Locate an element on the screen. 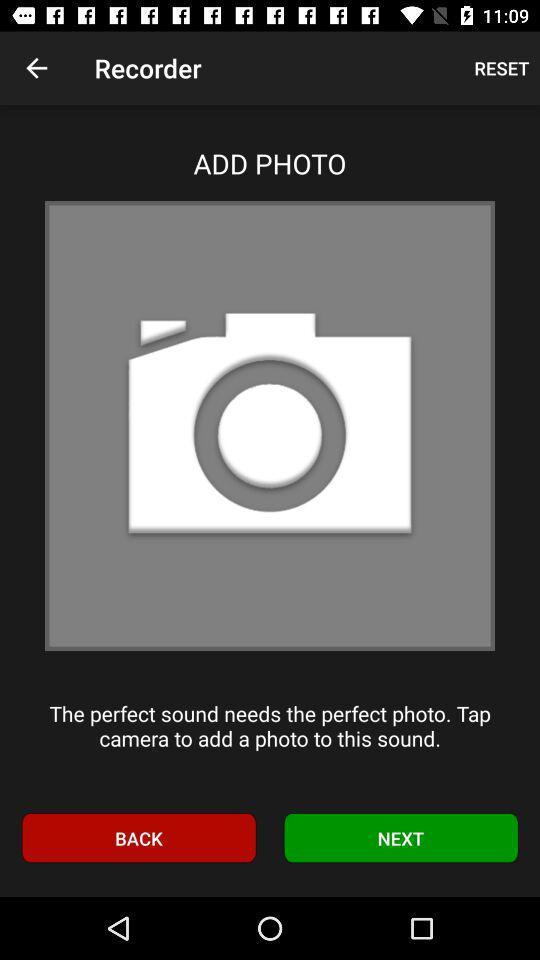 This screenshot has height=960, width=540. next icon is located at coordinates (401, 838).